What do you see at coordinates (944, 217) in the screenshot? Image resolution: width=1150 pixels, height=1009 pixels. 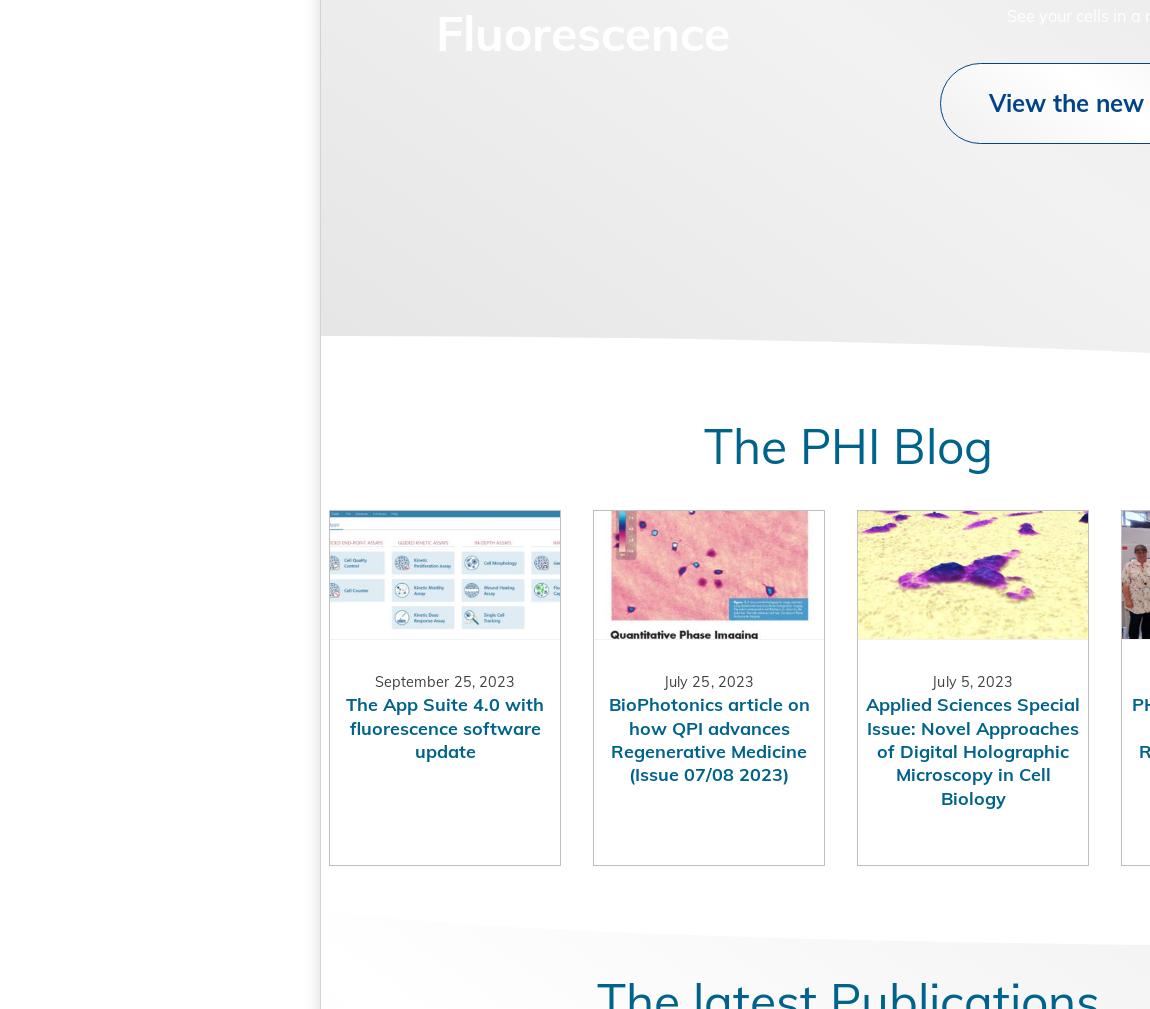 I see `'View the new product'` at bounding box center [944, 217].